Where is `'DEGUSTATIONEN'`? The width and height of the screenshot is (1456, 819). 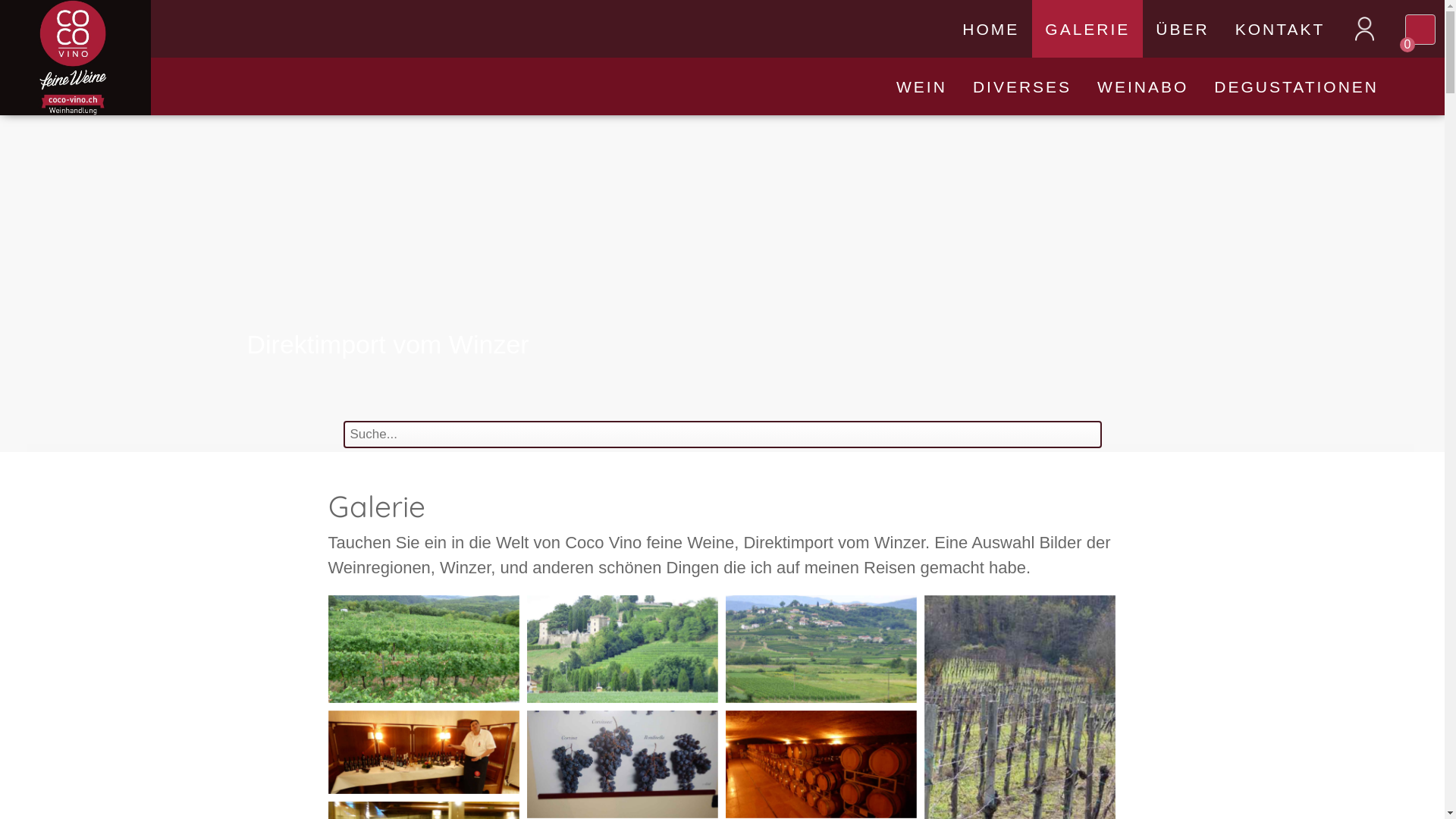 'DEGUSTATIONEN' is located at coordinates (1295, 86).